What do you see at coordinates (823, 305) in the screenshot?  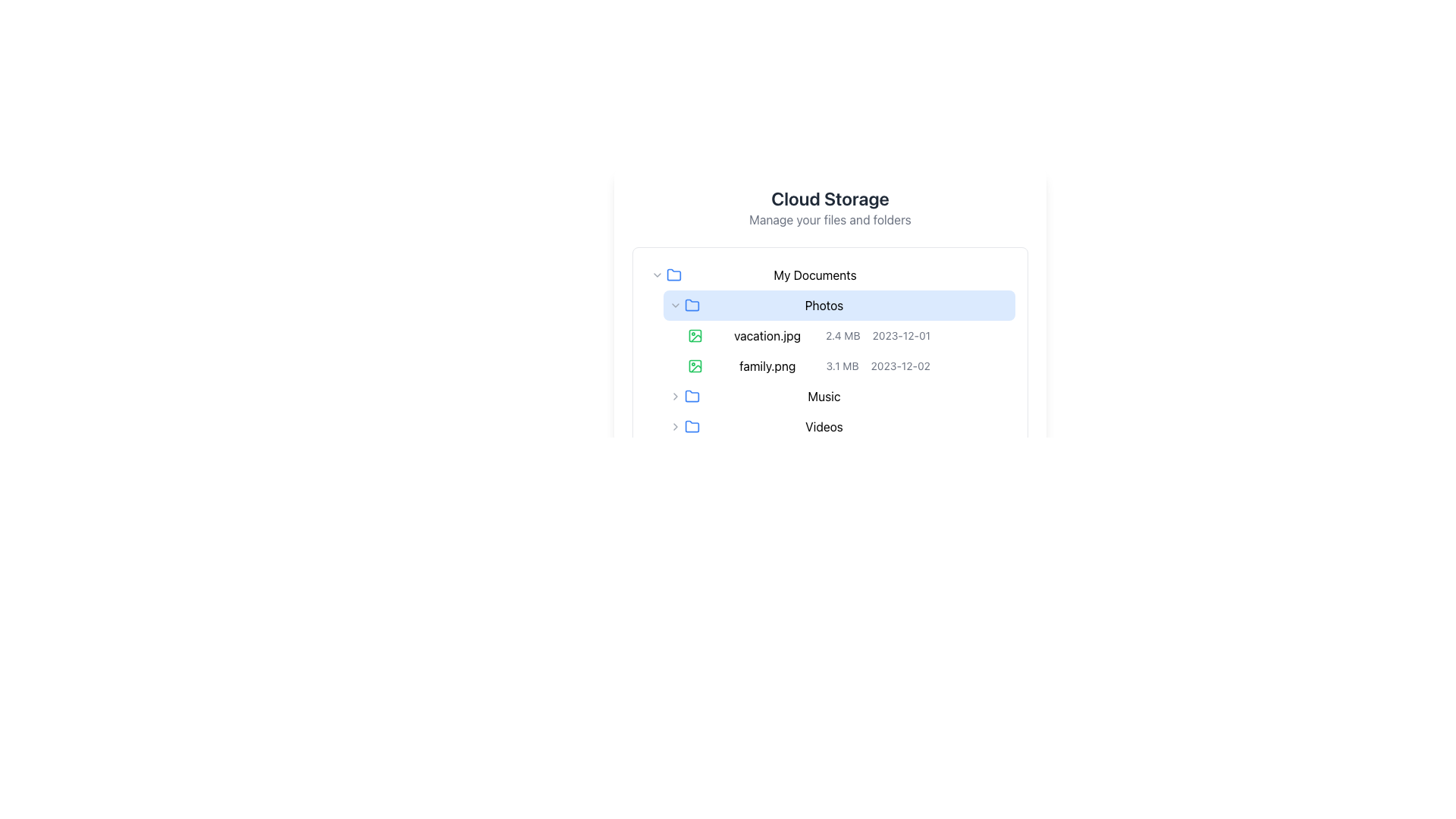 I see `the 'Photos' text label, which displays the word in a black sans-serif font on a light blue background, located below the 'My Documents' title in the file display interface` at bounding box center [823, 305].